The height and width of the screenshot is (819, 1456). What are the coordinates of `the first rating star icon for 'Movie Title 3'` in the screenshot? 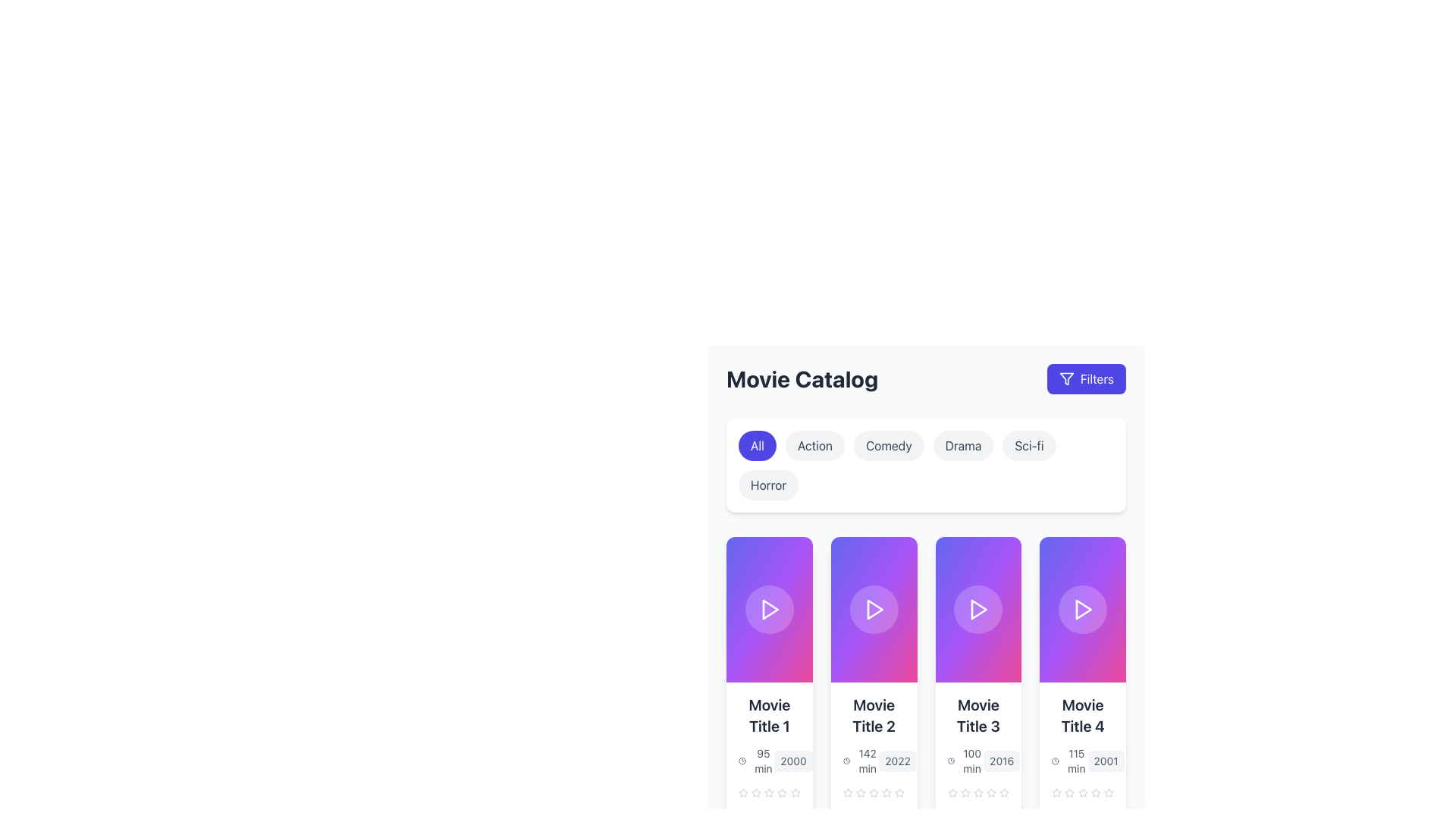 It's located at (991, 792).